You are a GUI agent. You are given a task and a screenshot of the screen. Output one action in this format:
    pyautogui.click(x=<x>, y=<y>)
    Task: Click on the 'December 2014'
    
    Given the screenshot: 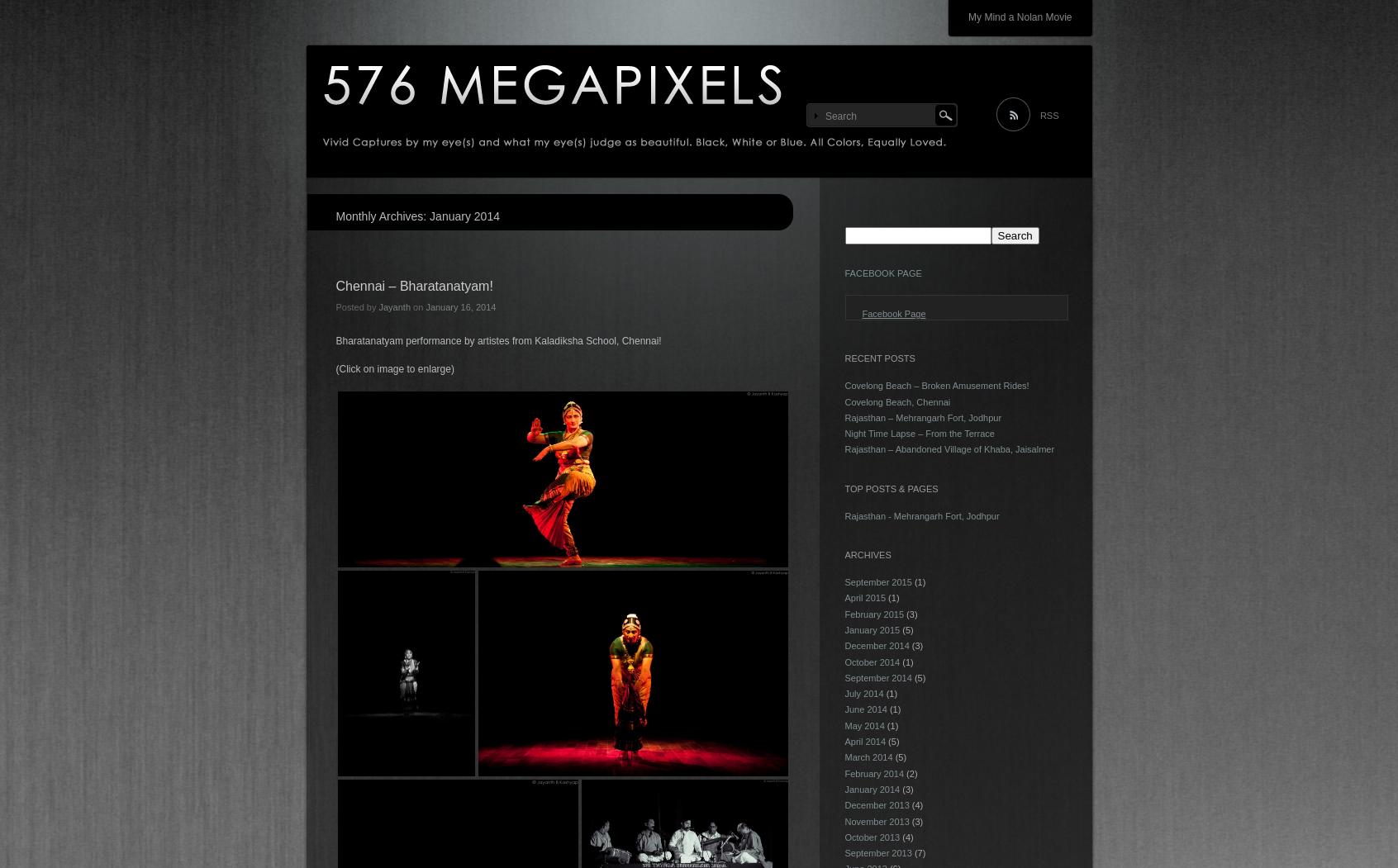 What is the action you would take?
    pyautogui.click(x=877, y=645)
    